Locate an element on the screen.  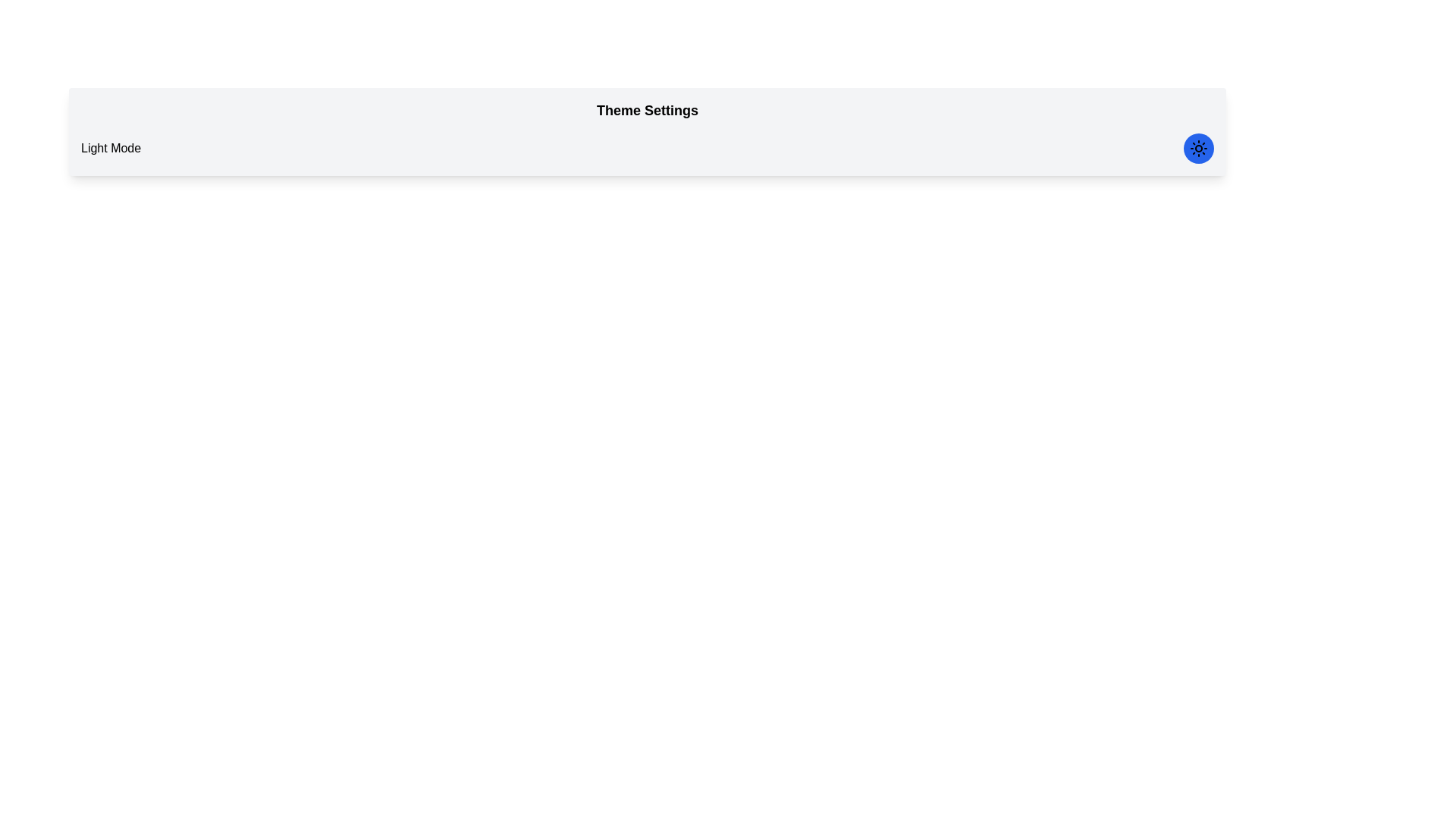
the sun icon within the blue circular button located in the top-right region of the interface is located at coordinates (1197, 149).